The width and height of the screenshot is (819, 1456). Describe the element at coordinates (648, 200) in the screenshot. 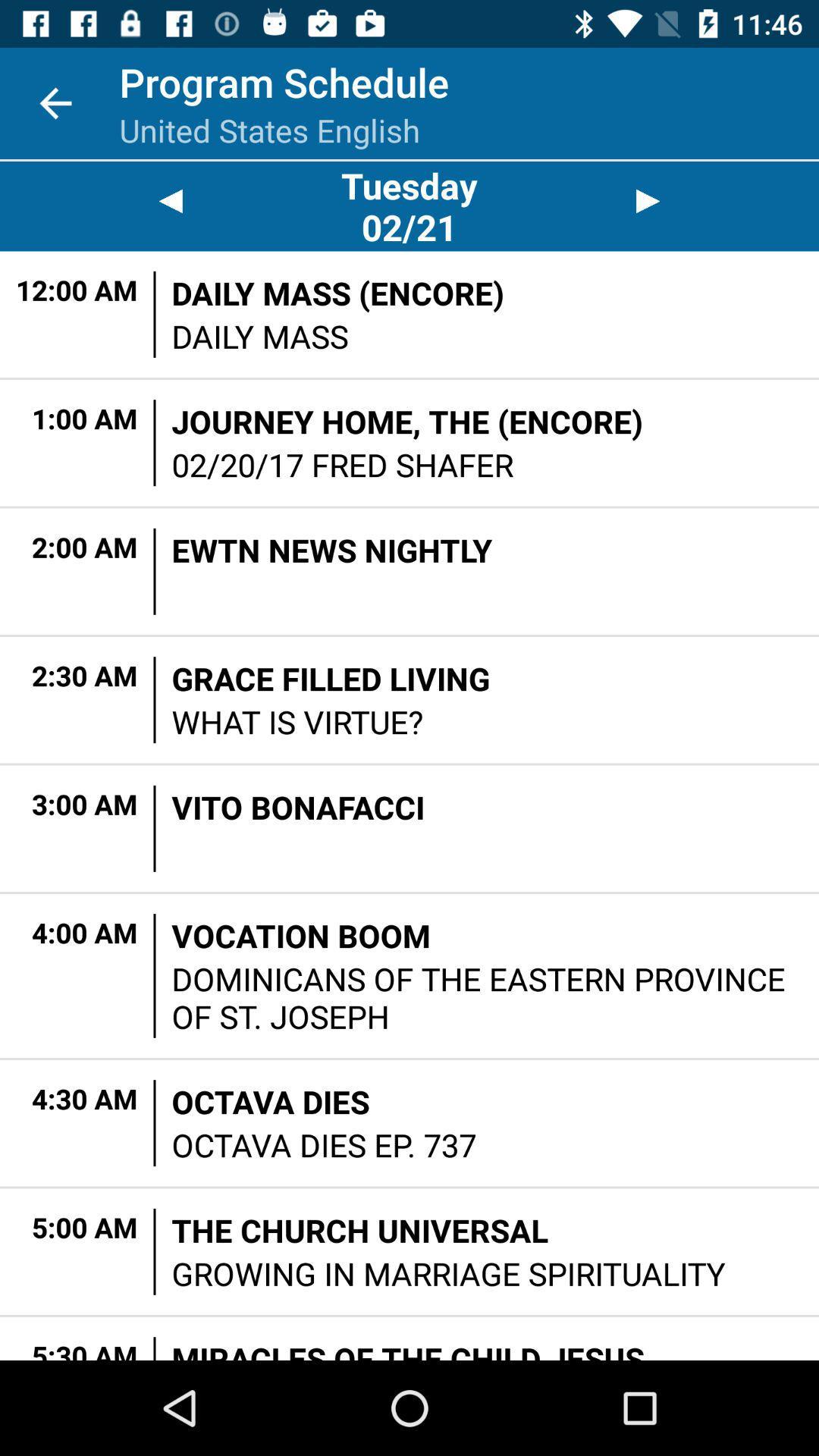

I see `the play icon` at that location.